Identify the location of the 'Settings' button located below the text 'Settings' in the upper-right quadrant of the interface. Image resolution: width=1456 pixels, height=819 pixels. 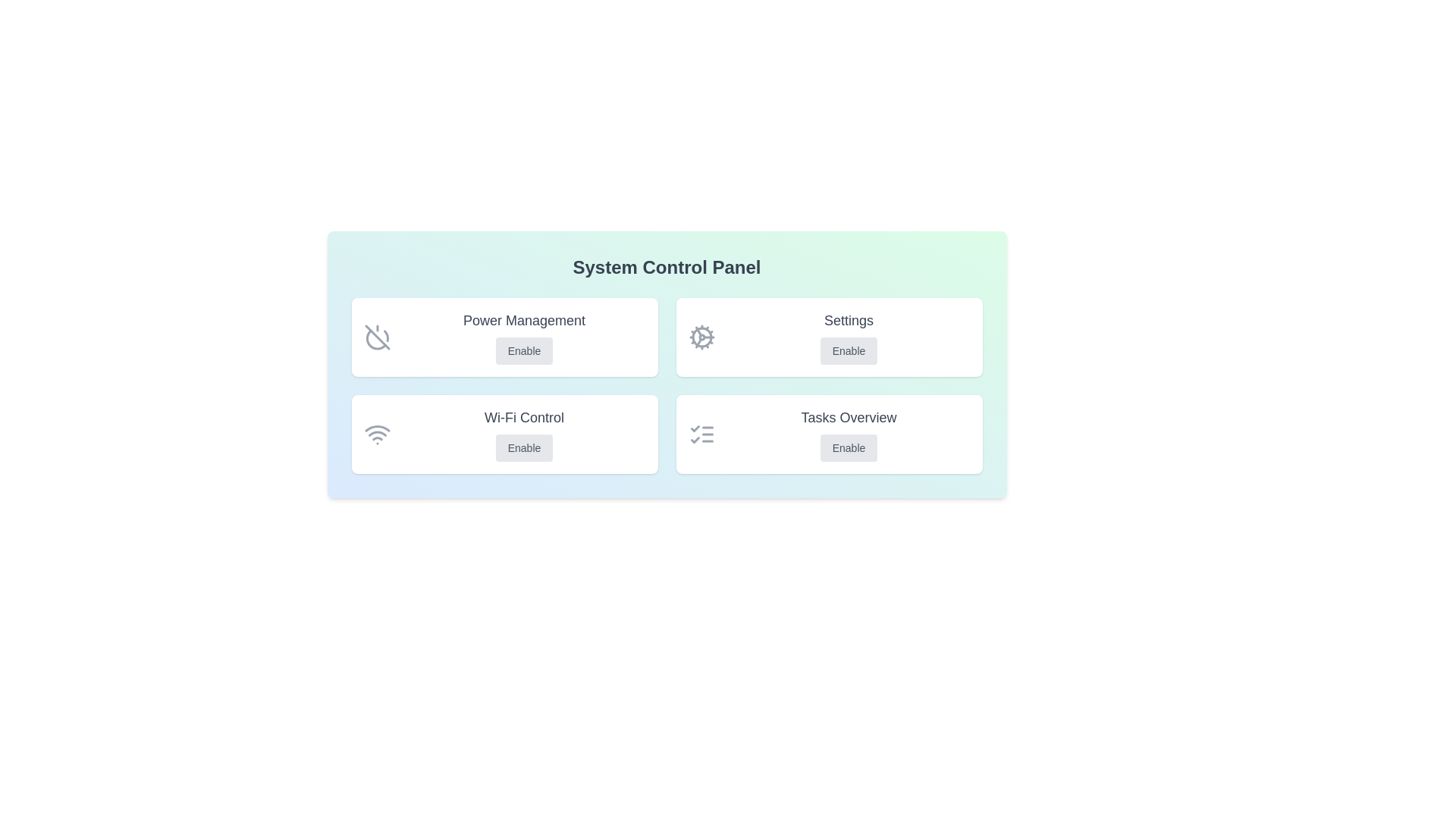
(848, 350).